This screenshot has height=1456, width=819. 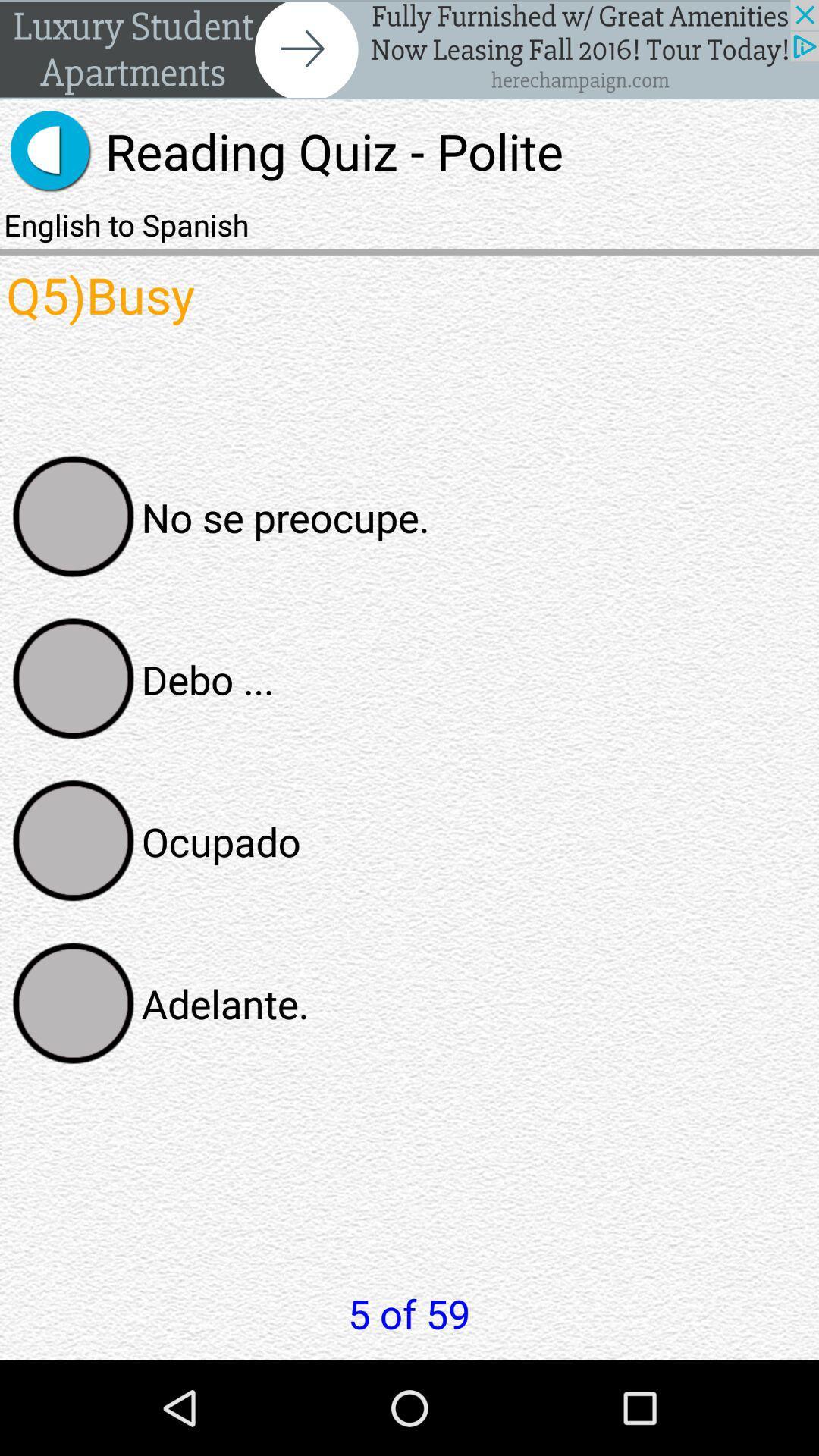 I want to click on selection, so click(x=74, y=1003).